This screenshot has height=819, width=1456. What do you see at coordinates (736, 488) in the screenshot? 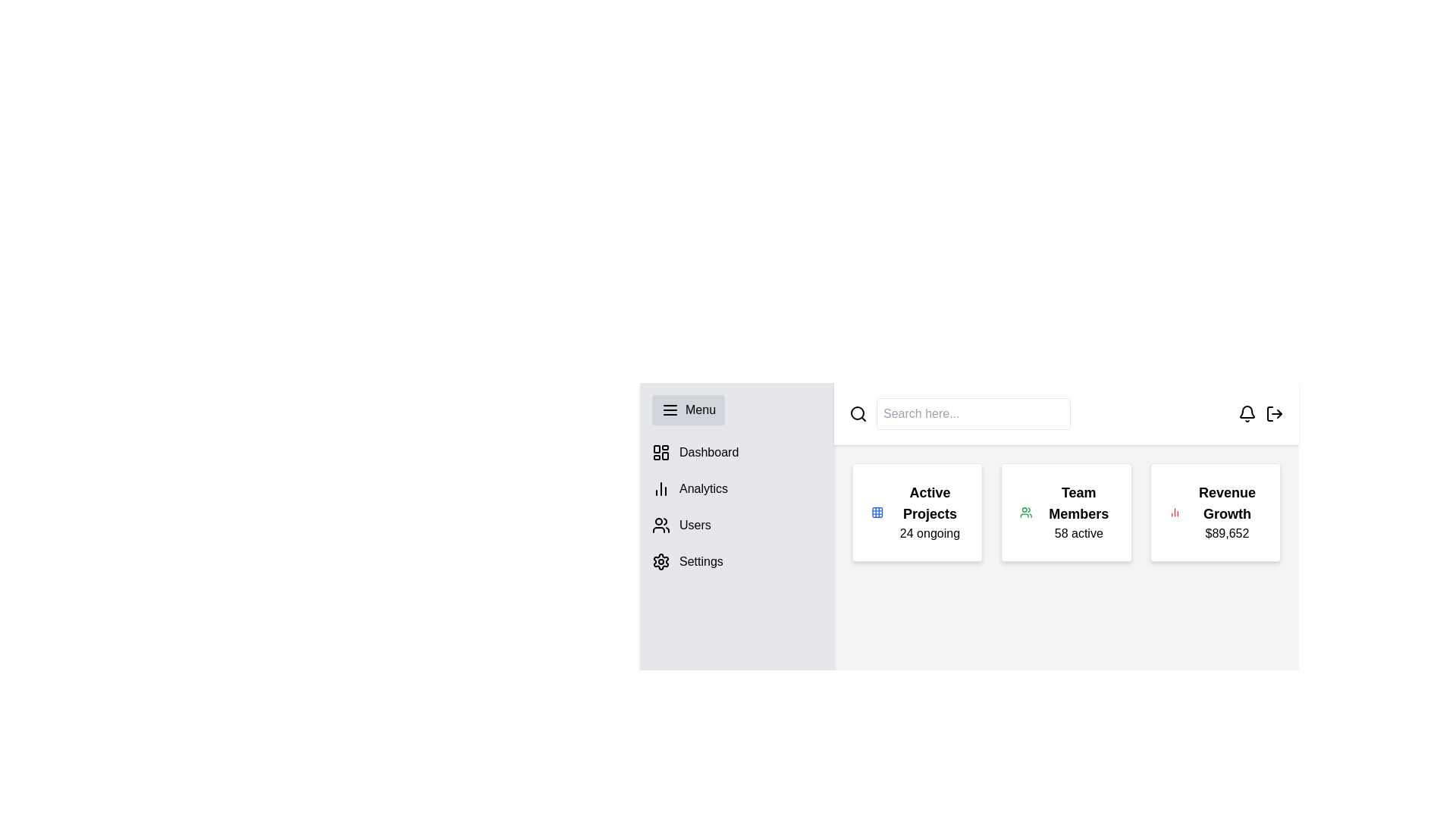
I see `the 'Analytics' link in the left-side navigation menu` at bounding box center [736, 488].